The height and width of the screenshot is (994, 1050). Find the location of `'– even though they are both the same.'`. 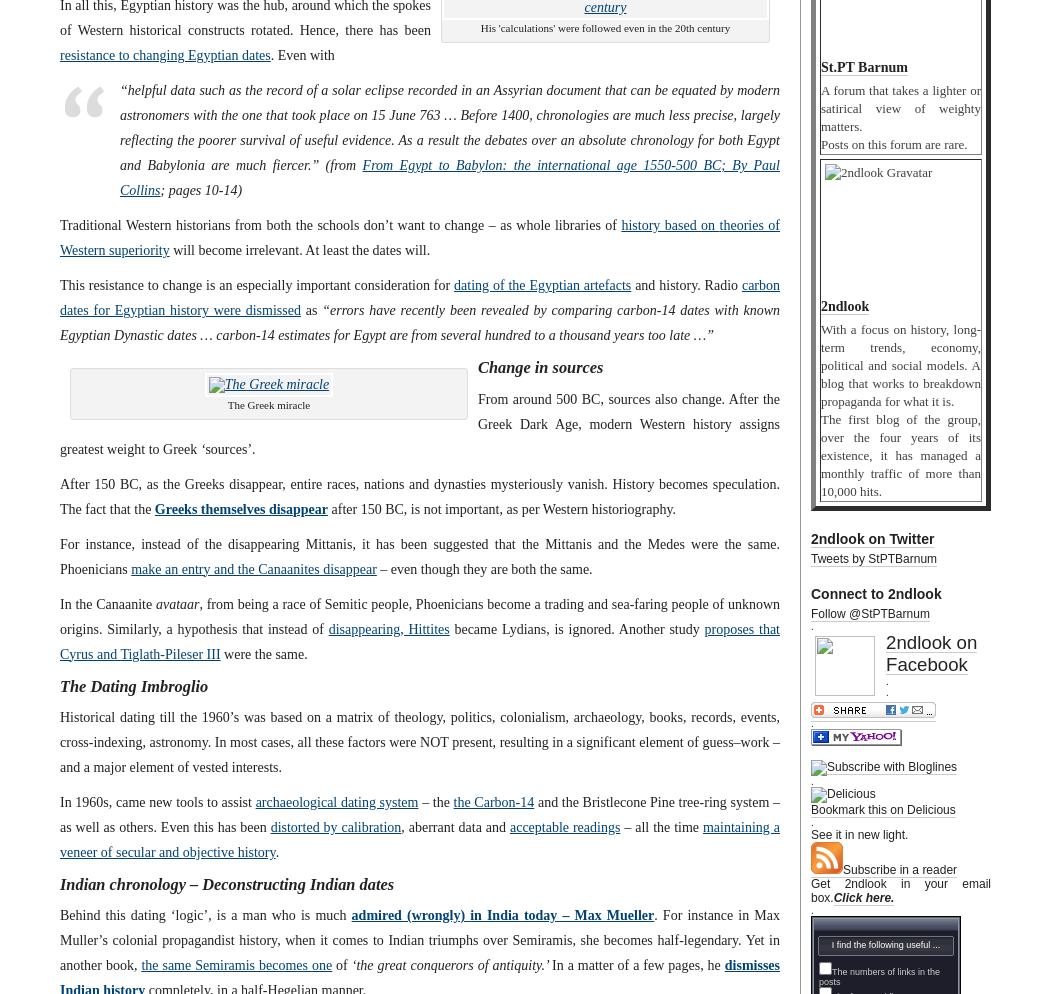

'– even though they are both the same.' is located at coordinates (484, 568).